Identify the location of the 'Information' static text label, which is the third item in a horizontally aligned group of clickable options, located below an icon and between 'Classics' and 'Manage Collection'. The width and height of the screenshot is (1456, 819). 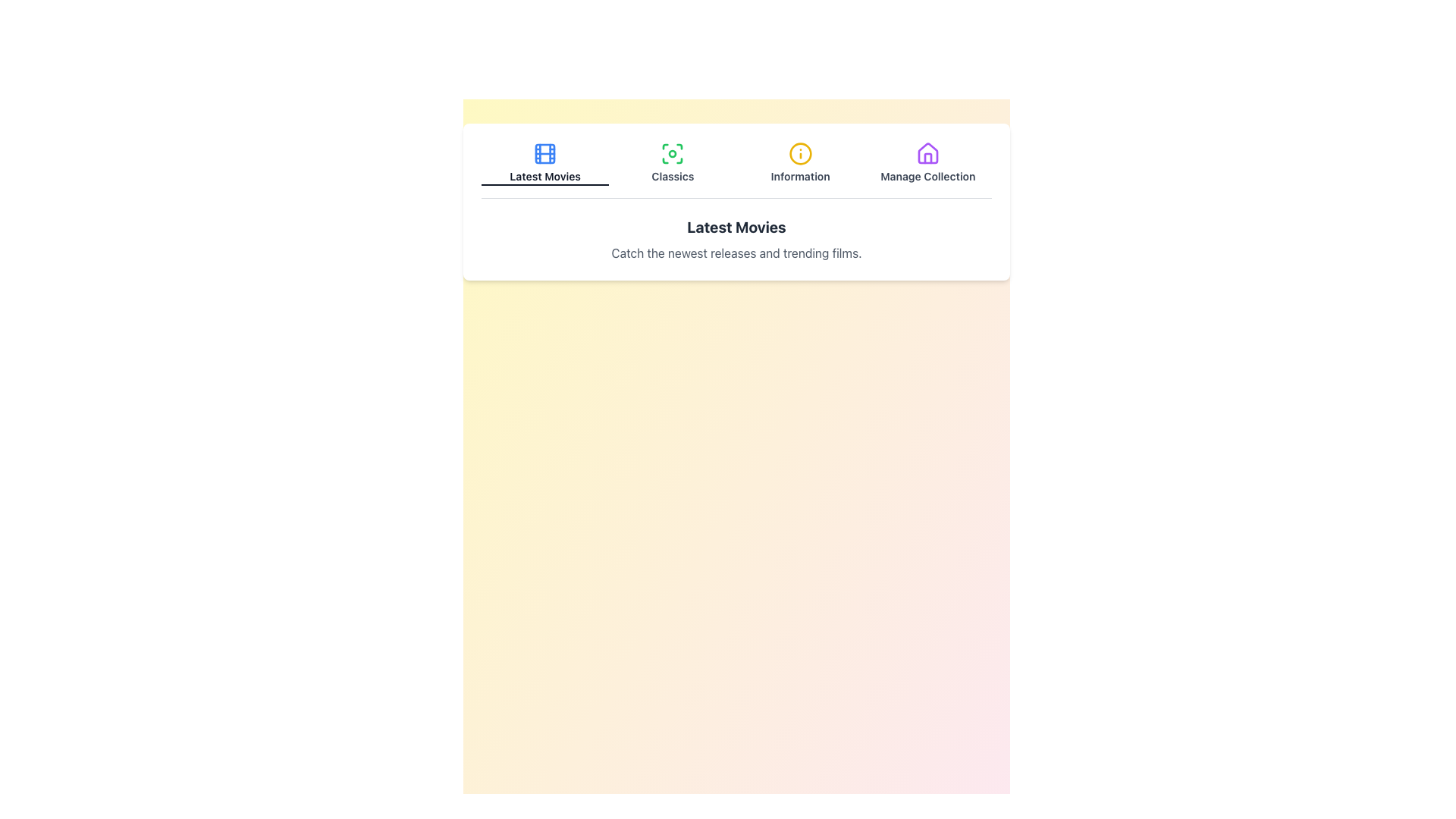
(799, 175).